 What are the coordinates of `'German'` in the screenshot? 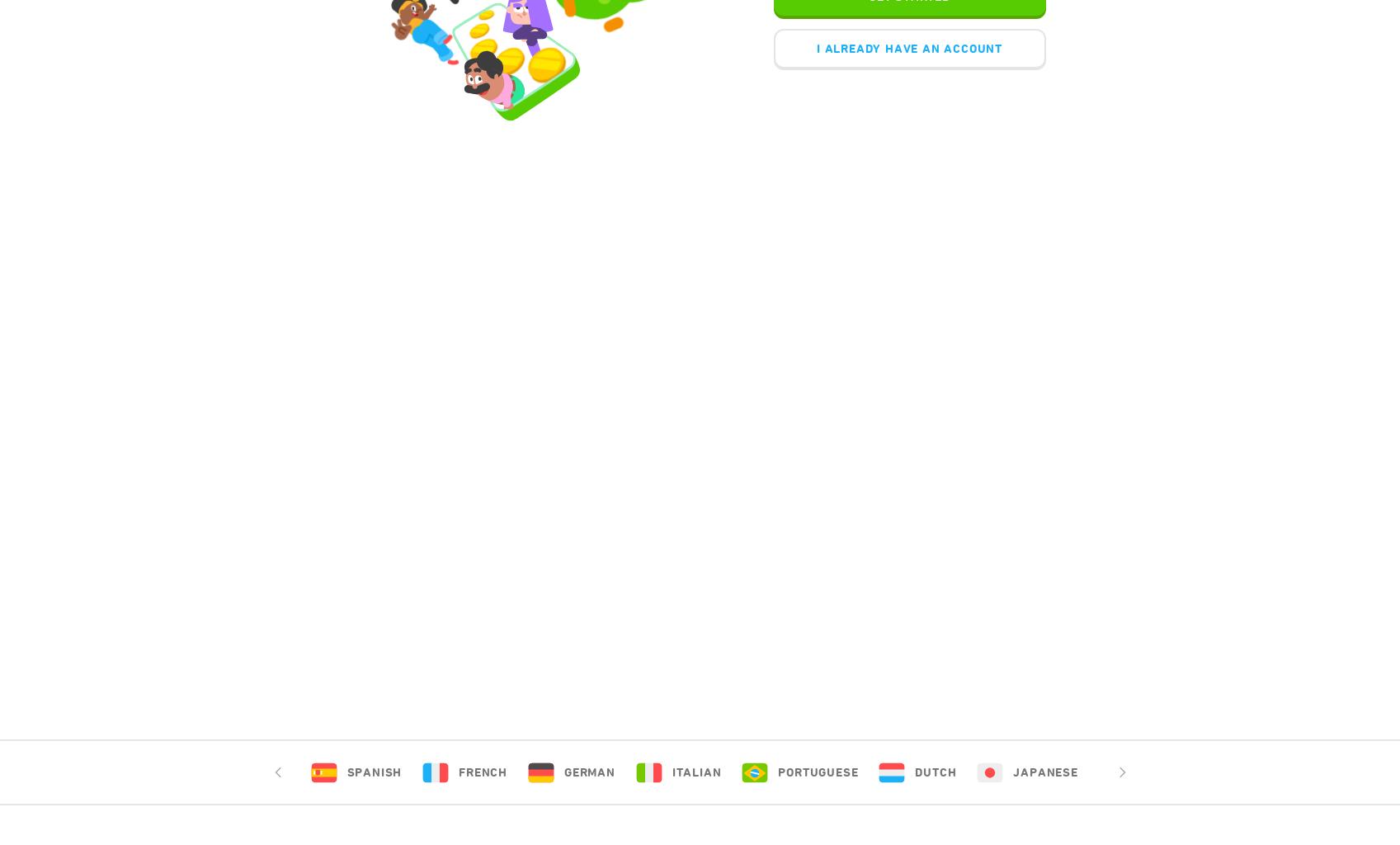 It's located at (587, 772).